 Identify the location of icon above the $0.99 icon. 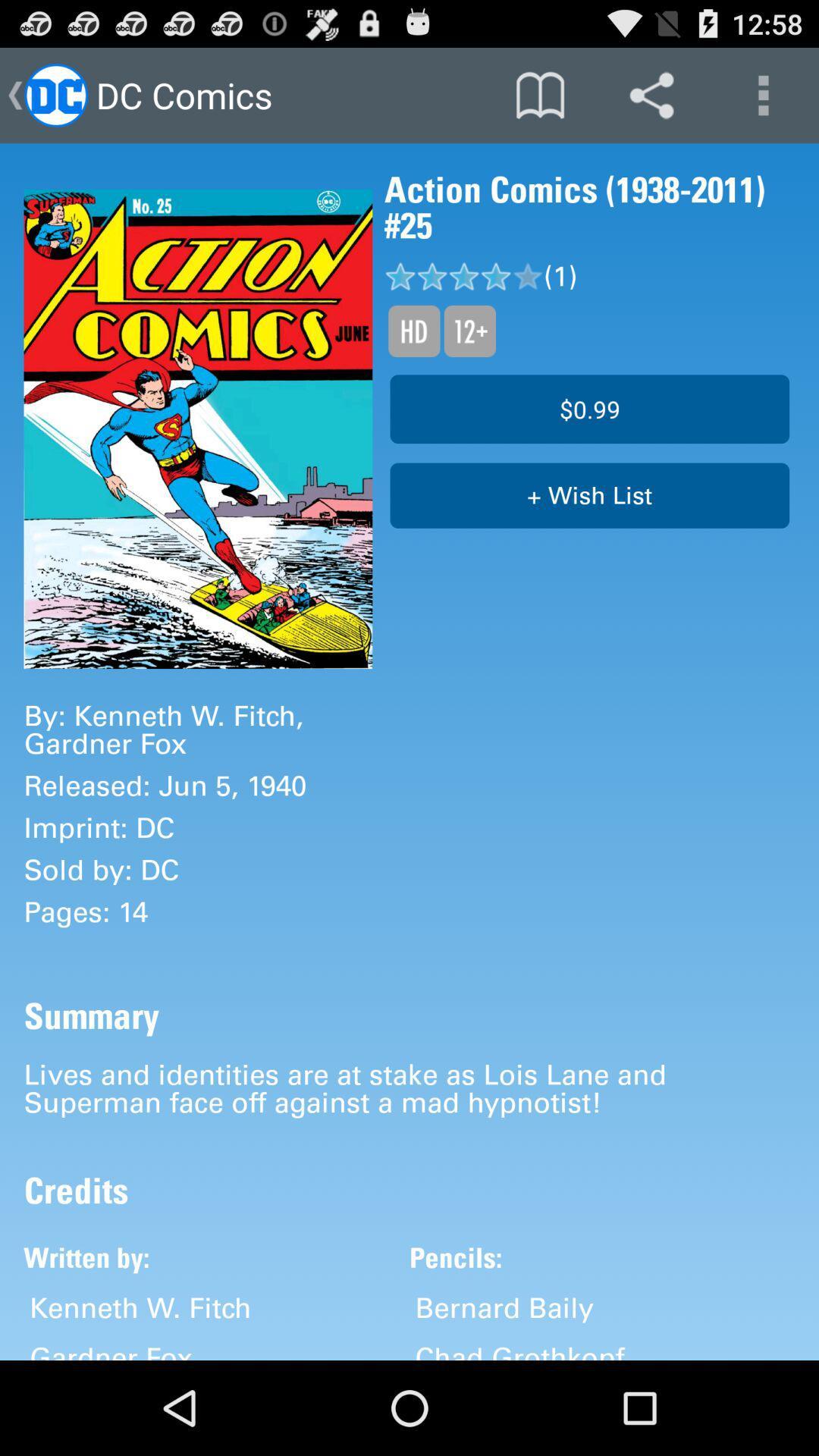
(469, 330).